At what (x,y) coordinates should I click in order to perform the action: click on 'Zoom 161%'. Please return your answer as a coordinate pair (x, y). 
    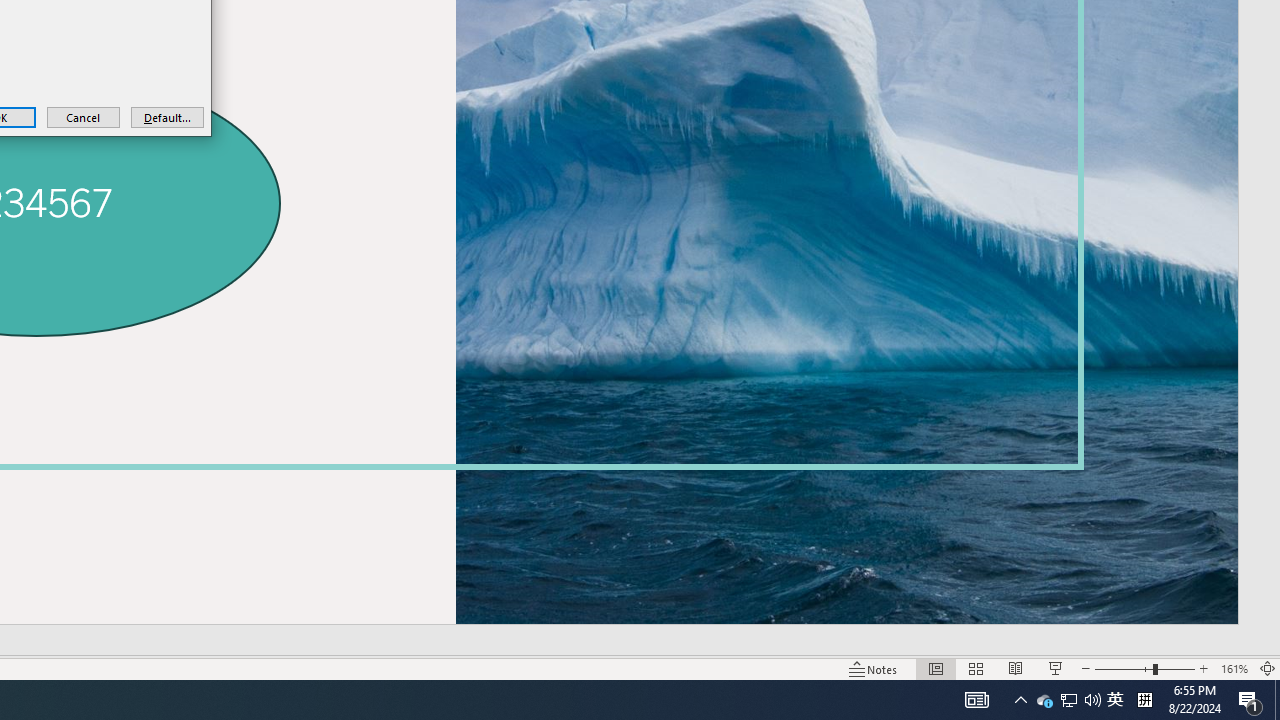
    Looking at the image, I should click on (1233, 669).